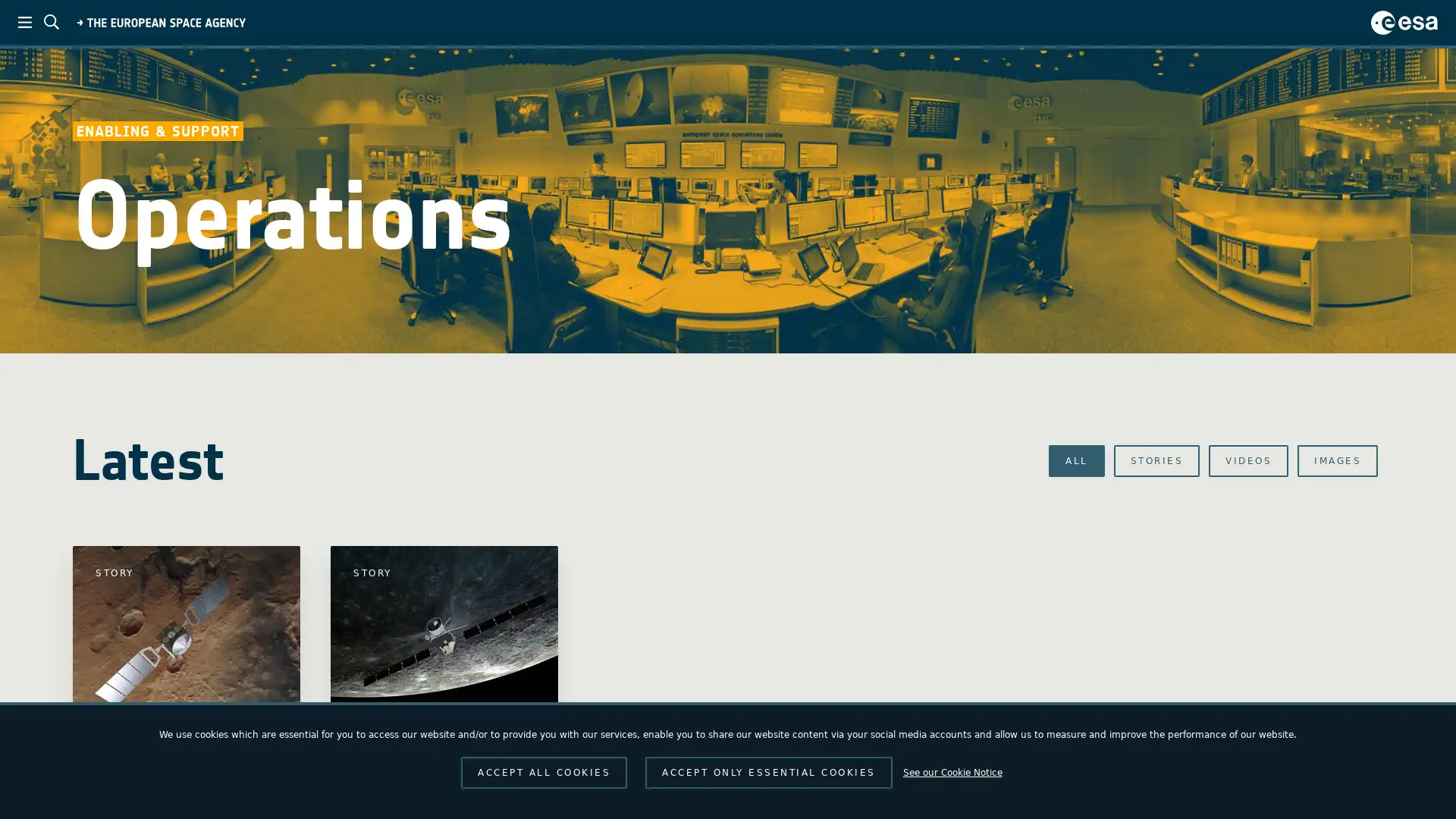  What do you see at coordinates (1248, 459) in the screenshot?
I see `VIDEOS` at bounding box center [1248, 459].